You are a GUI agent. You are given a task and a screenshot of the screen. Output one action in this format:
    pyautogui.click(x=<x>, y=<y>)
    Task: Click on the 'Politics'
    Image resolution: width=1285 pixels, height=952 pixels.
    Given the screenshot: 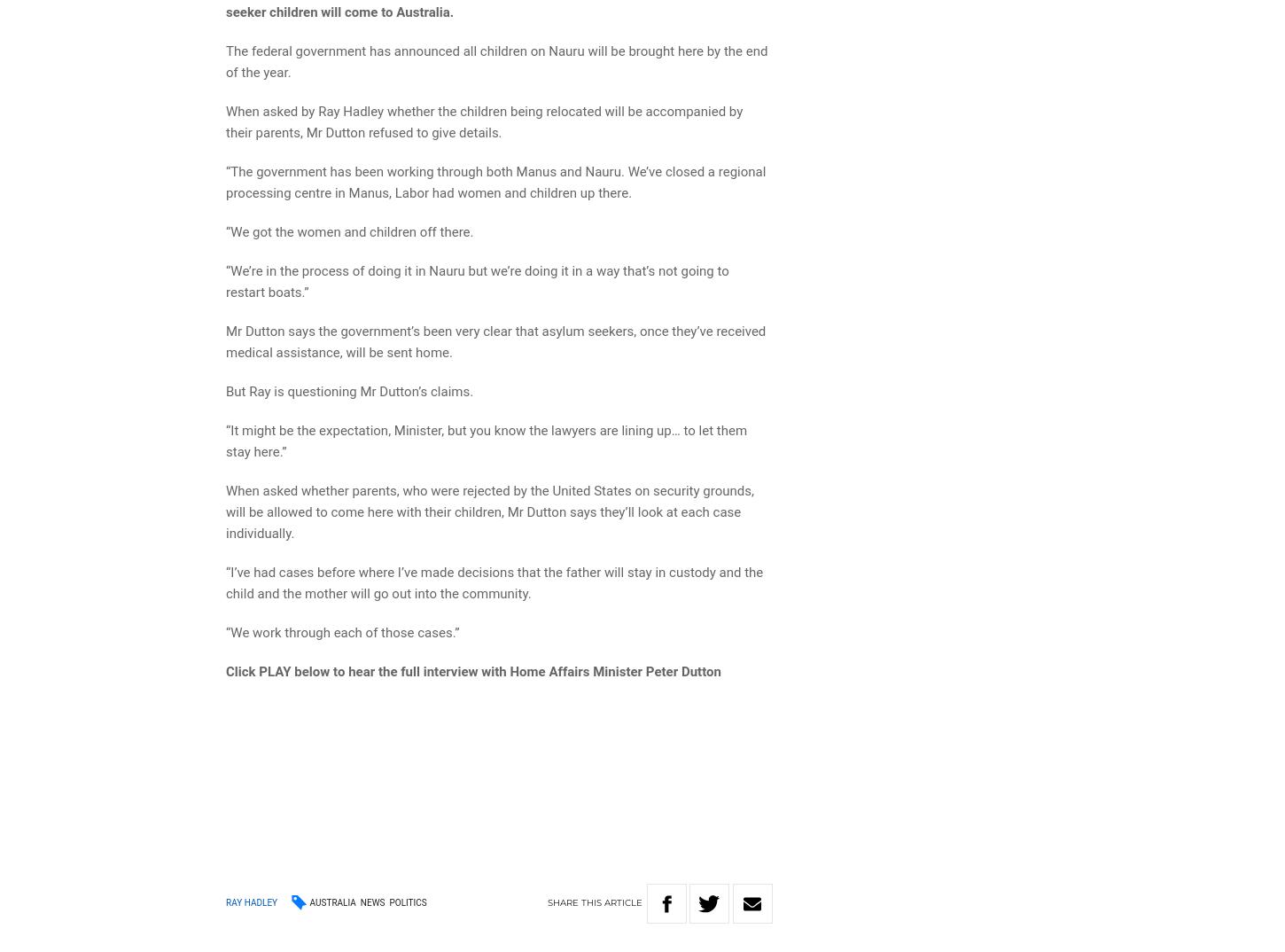 What is the action you would take?
    pyautogui.click(x=406, y=901)
    